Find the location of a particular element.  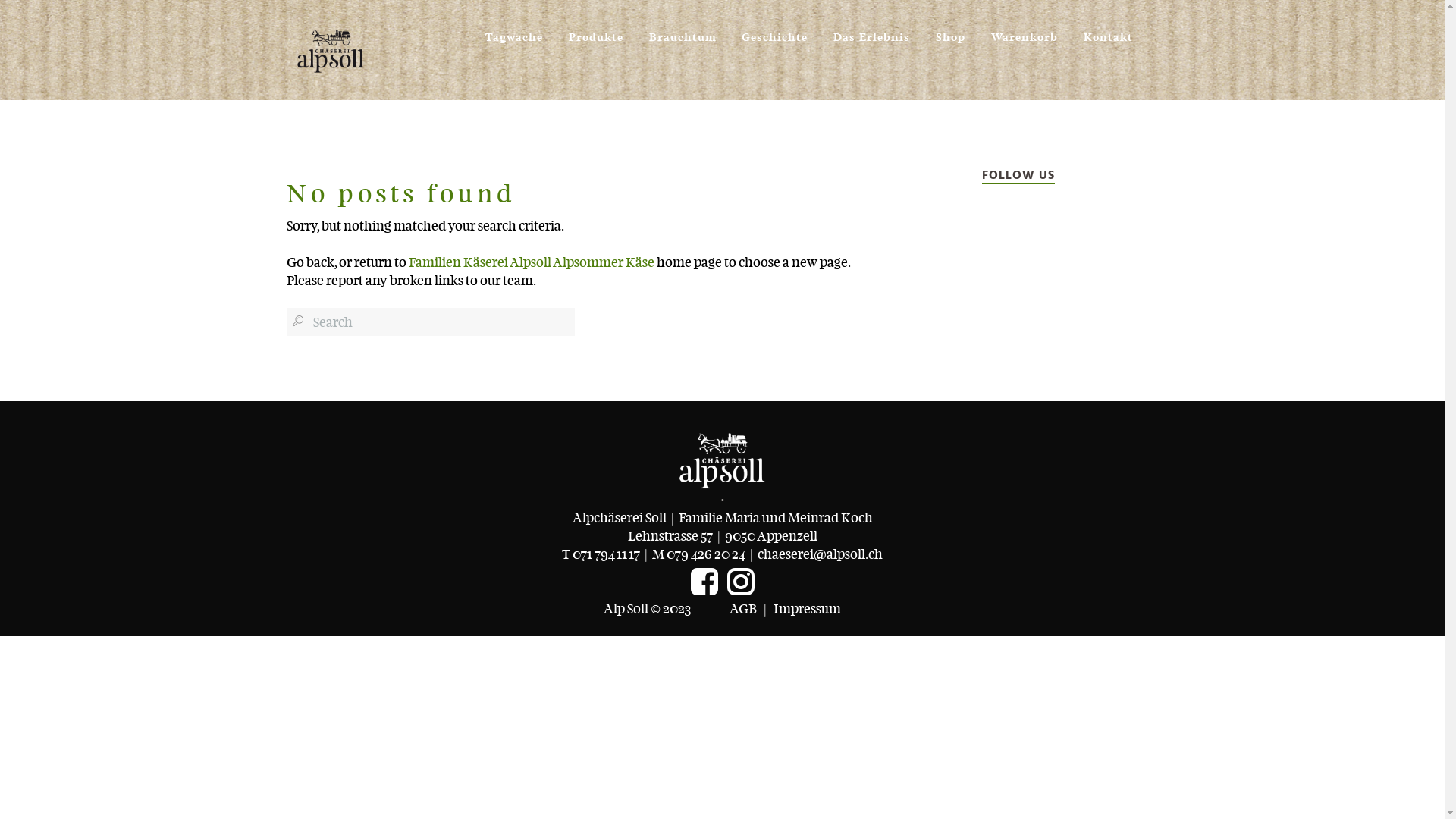

'Das Erlebnis' is located at coordinates (833, 30).